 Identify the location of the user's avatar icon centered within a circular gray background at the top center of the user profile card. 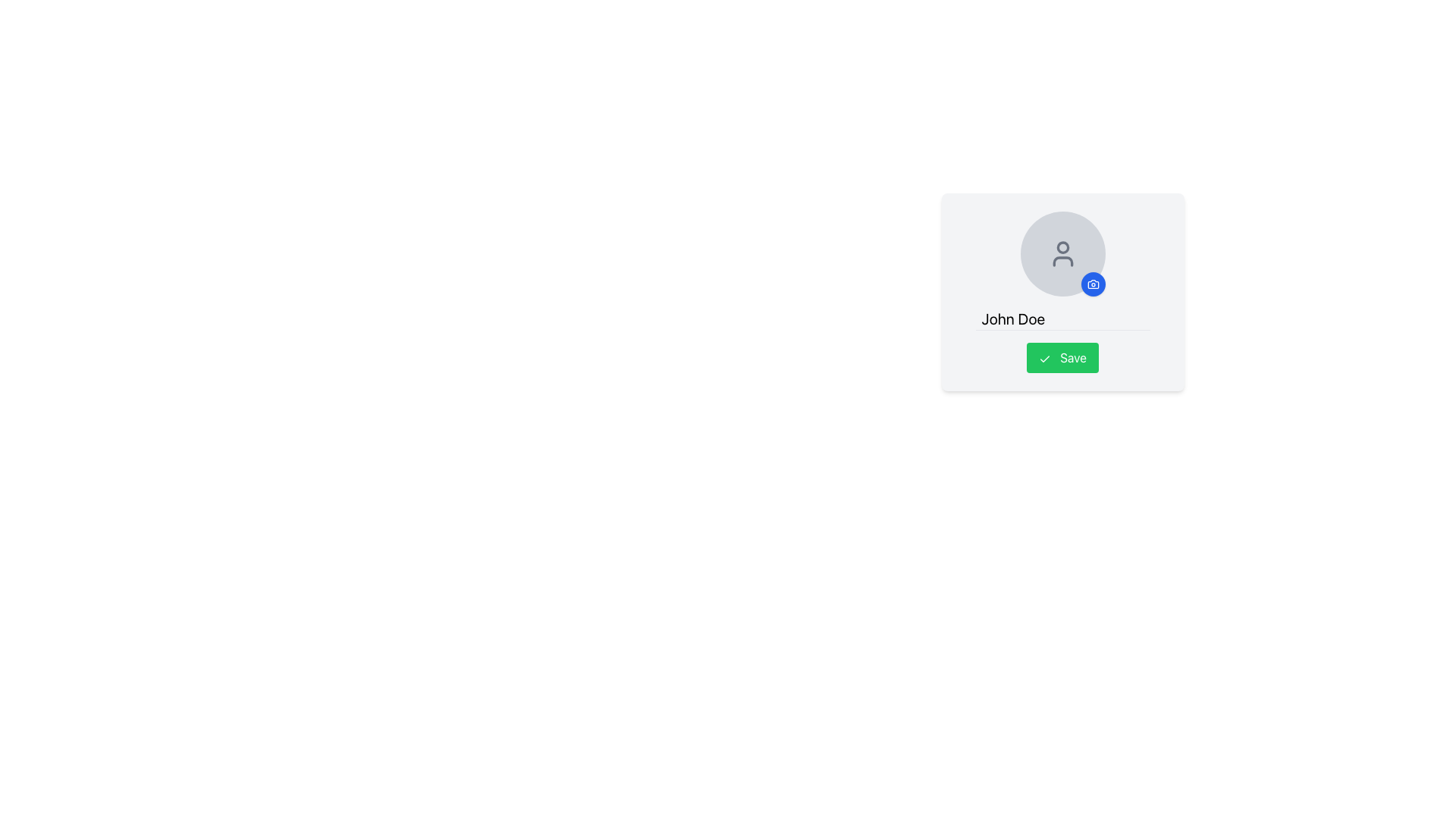
(1062, 253).